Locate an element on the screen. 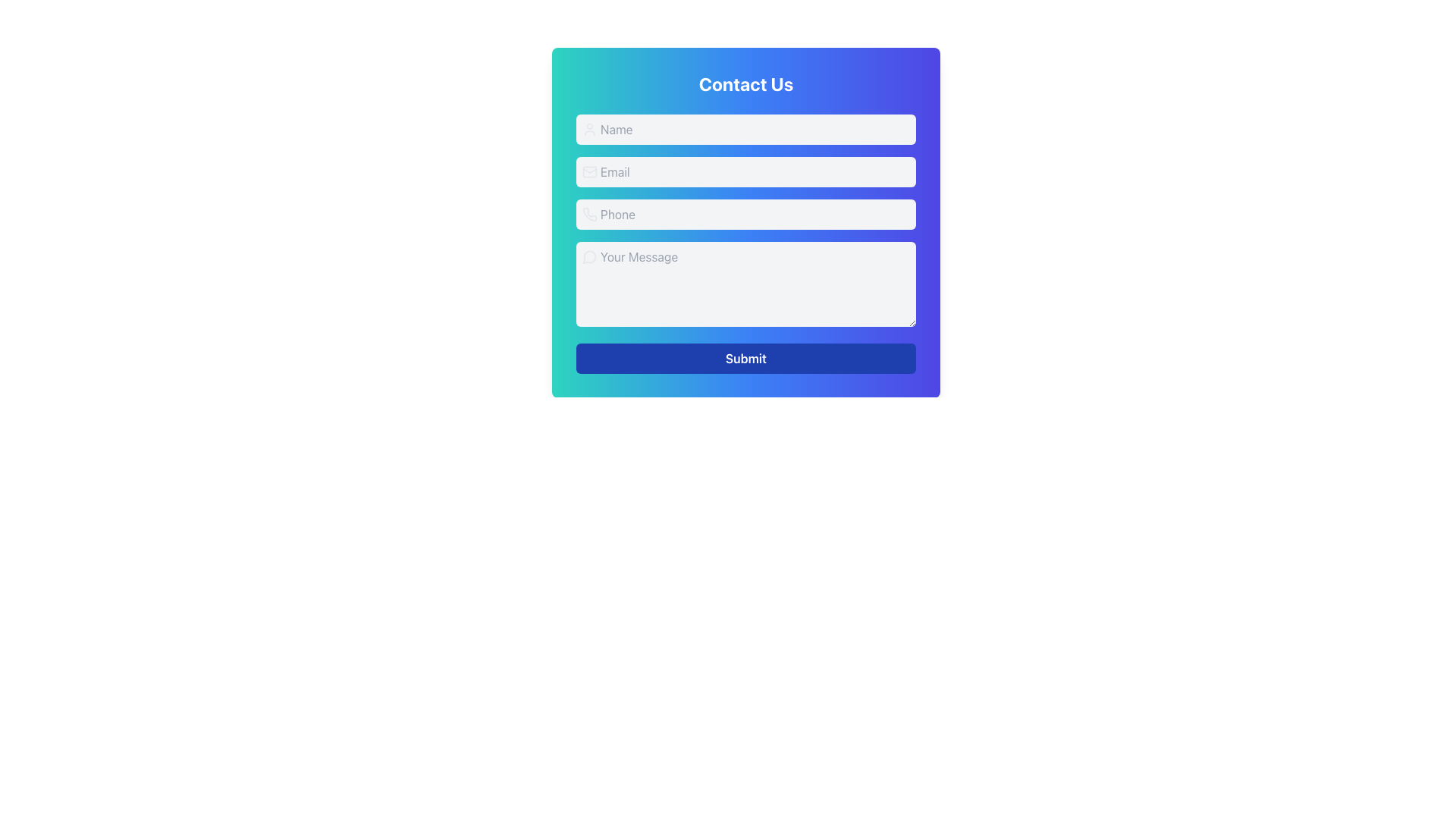  the submission button located at the bottom of the form is located at coordinates (745, 359).